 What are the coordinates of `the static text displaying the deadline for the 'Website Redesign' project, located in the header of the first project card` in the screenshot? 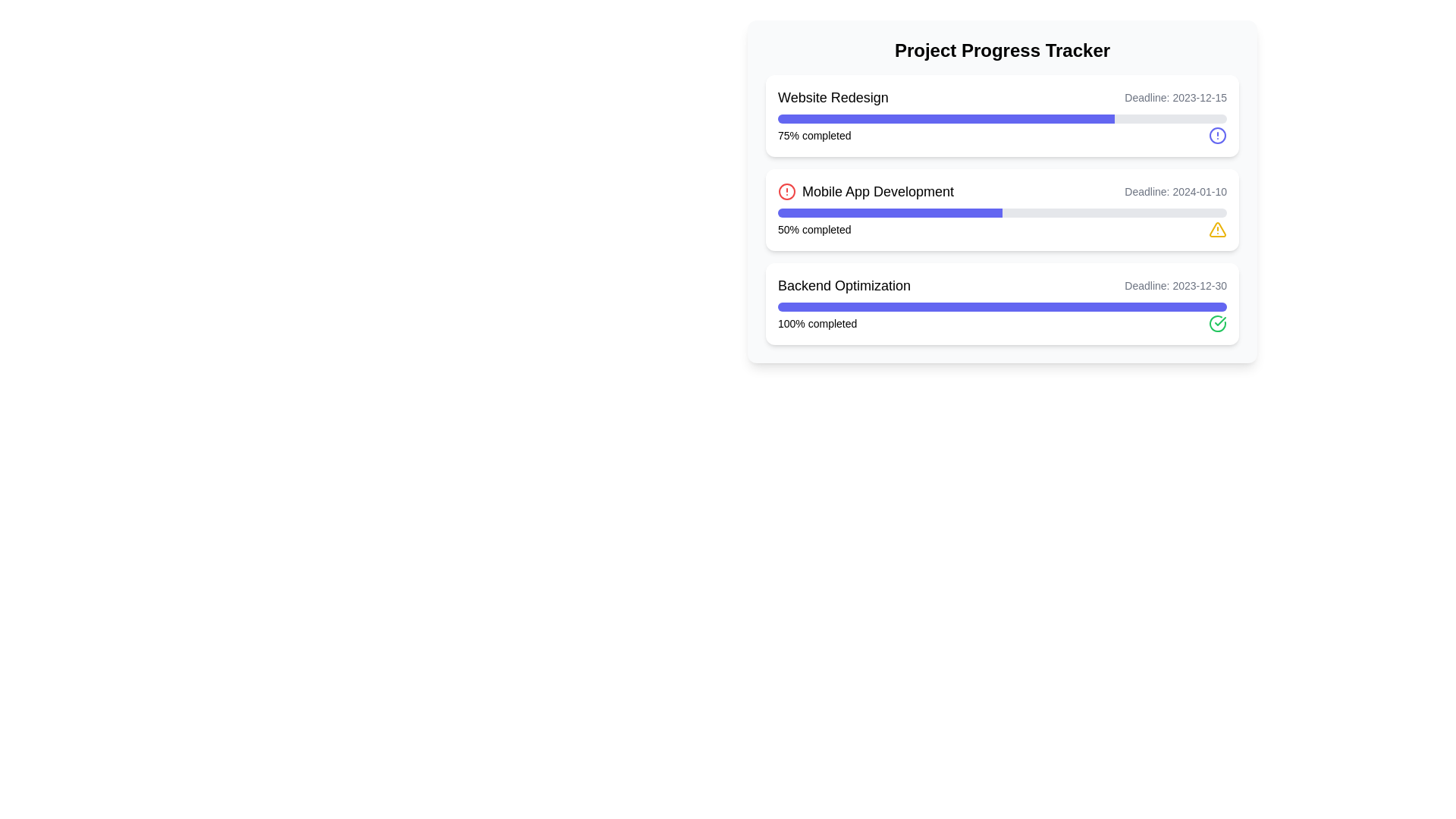 It's located at (1175, 97).